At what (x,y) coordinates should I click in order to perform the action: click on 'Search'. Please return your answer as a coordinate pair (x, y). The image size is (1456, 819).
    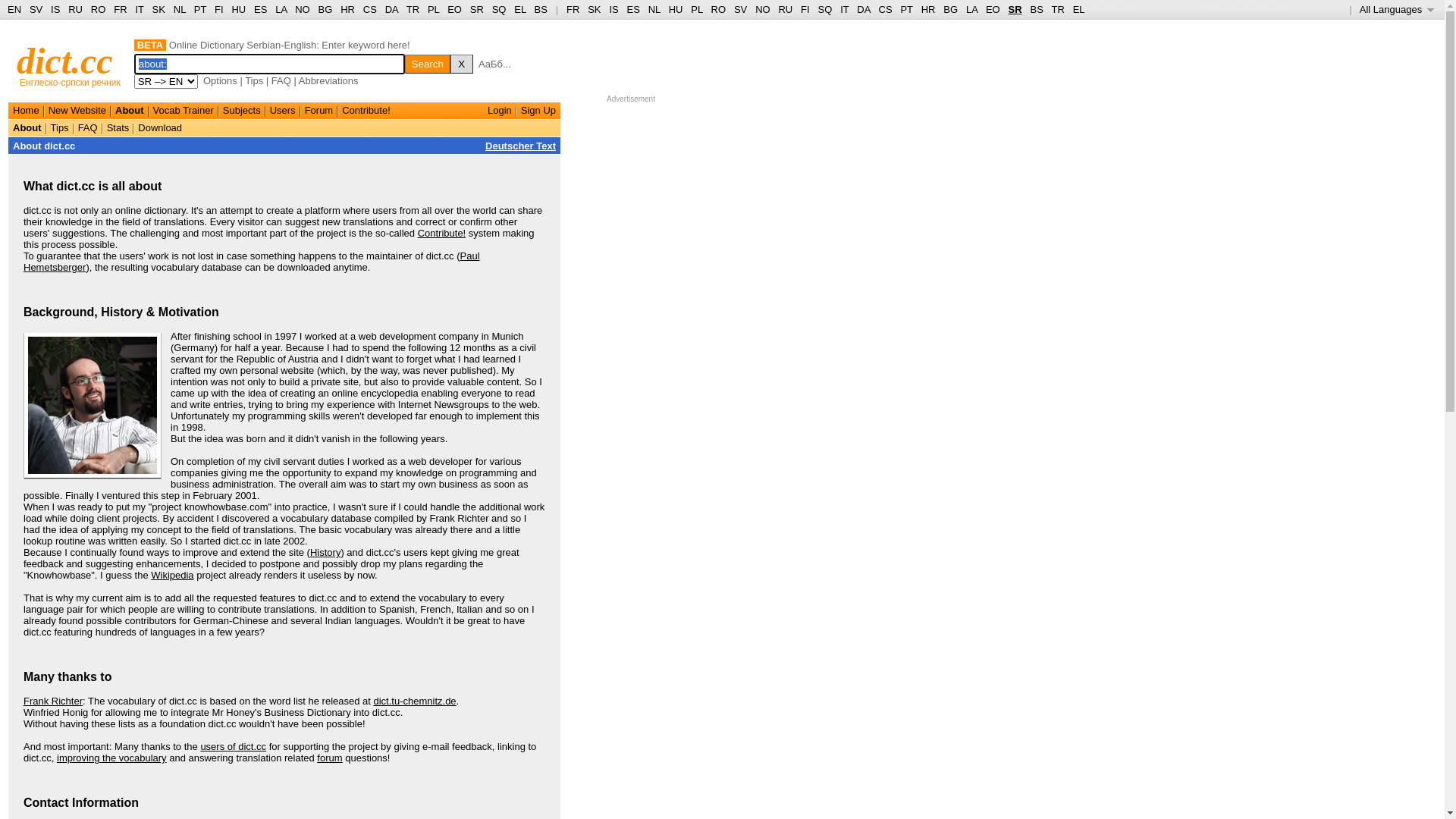
    Looking at the image, I should click on (427, 63).